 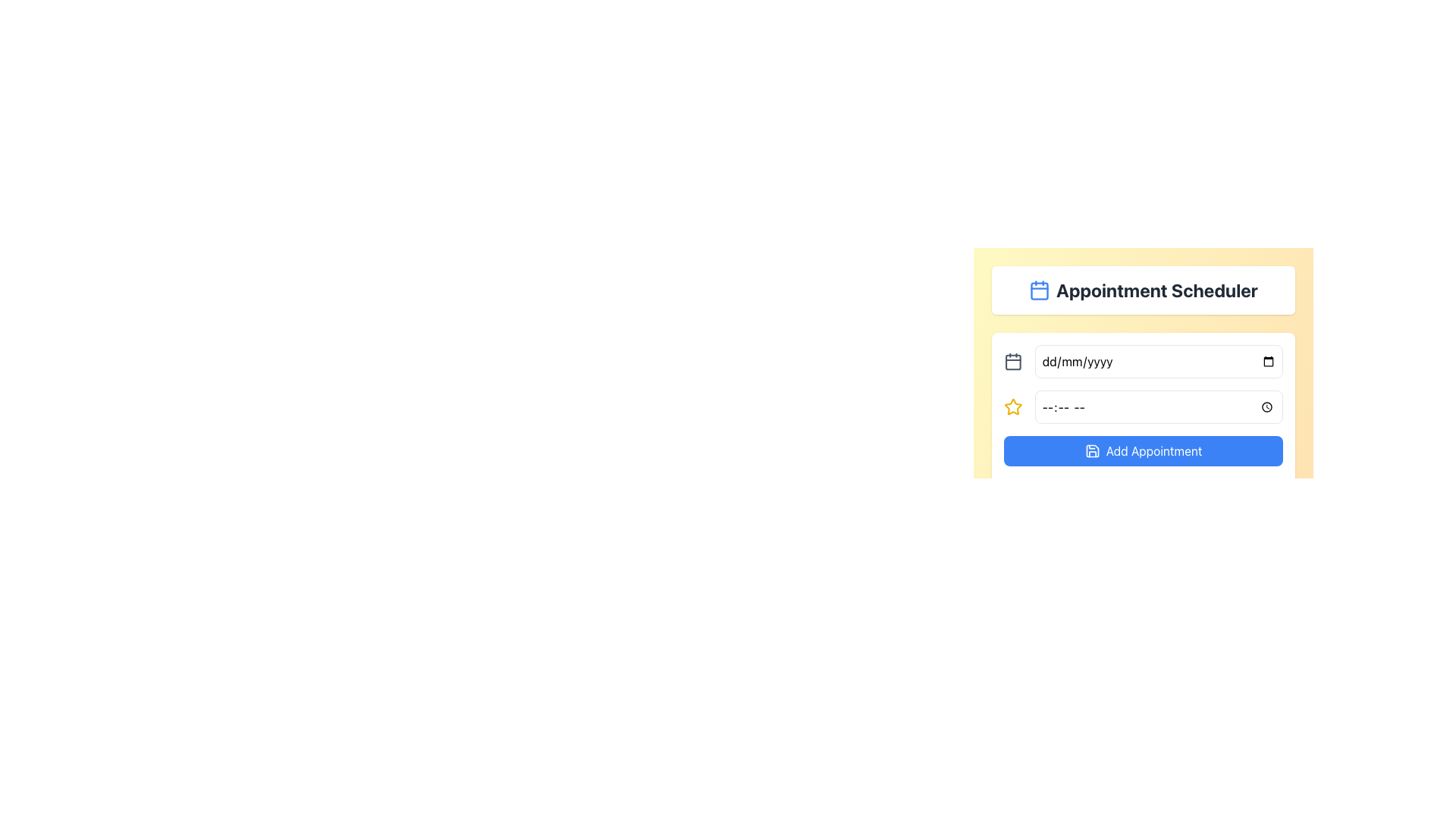 What do you see at coordinates (1092, 450) in the screenshot?
I see `the interactive save icon located to the left of the 'Add Appointment' button, which features a minimalistic blue and white design` at bounding box center [1092, 450].